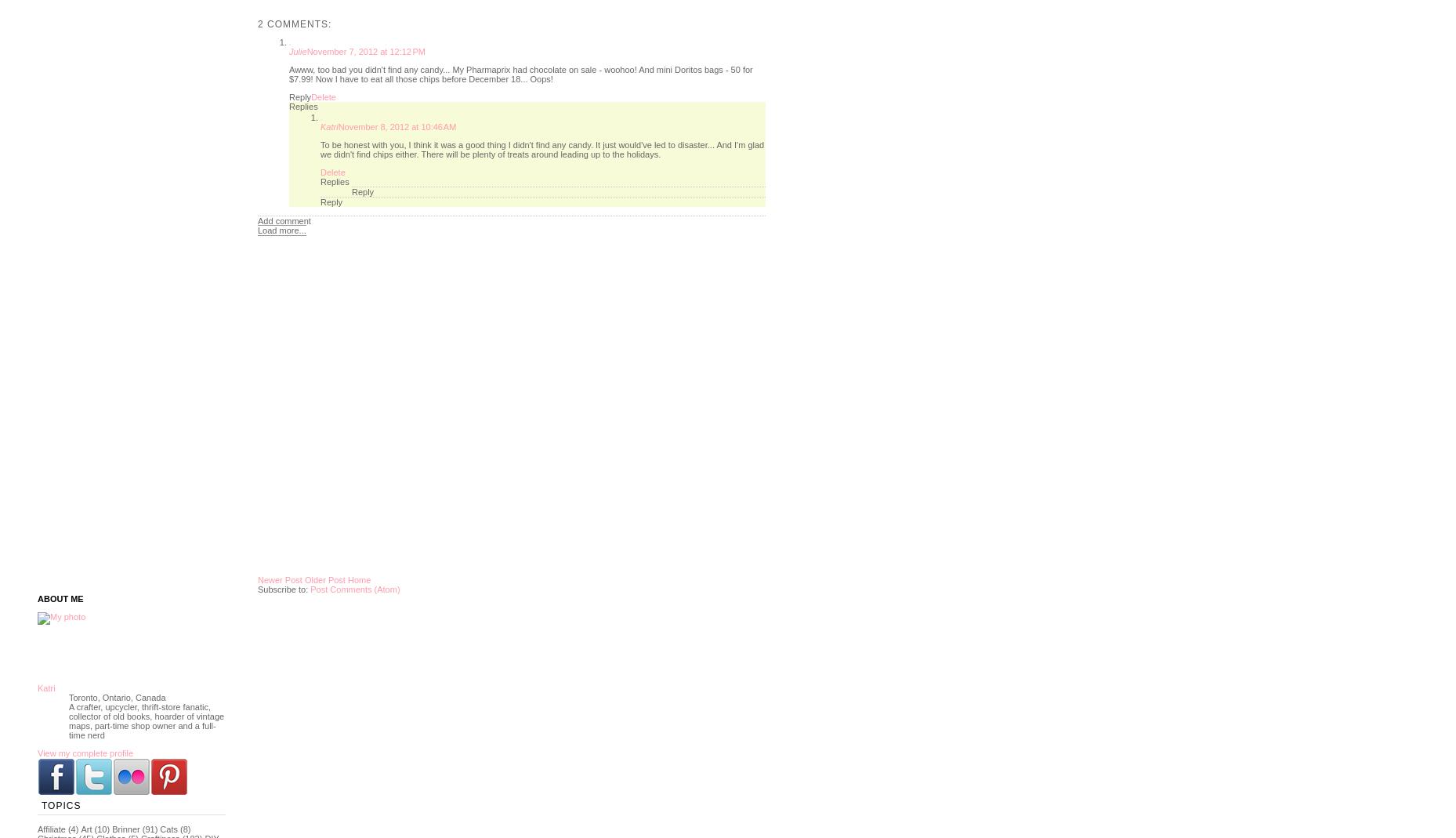 The image size is (1456, 838). What do you see at coordinates (279, 579) in the screenshot?
I see `'Newer Post'` at bounding box center [279, 579].